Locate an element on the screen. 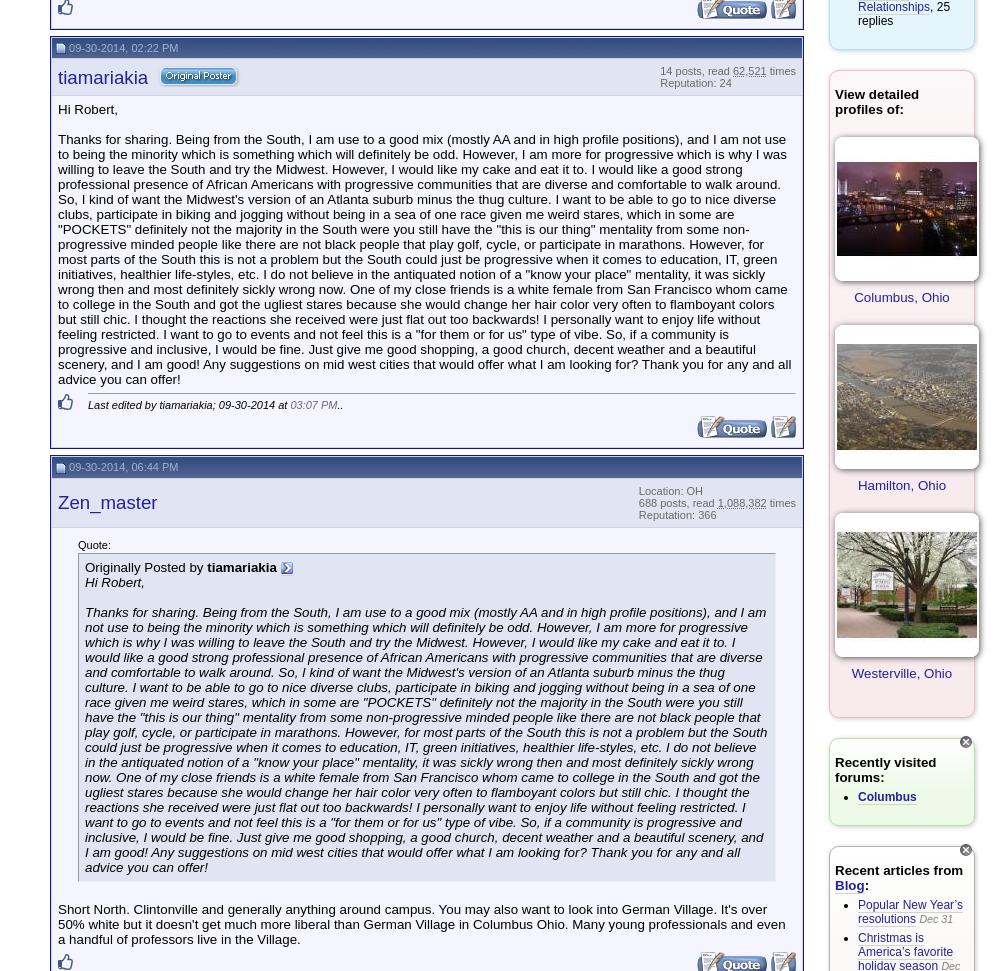 The height and width of the screenshot is (971, 1000). '03:07 PM' is located at coordinates (290, 404).